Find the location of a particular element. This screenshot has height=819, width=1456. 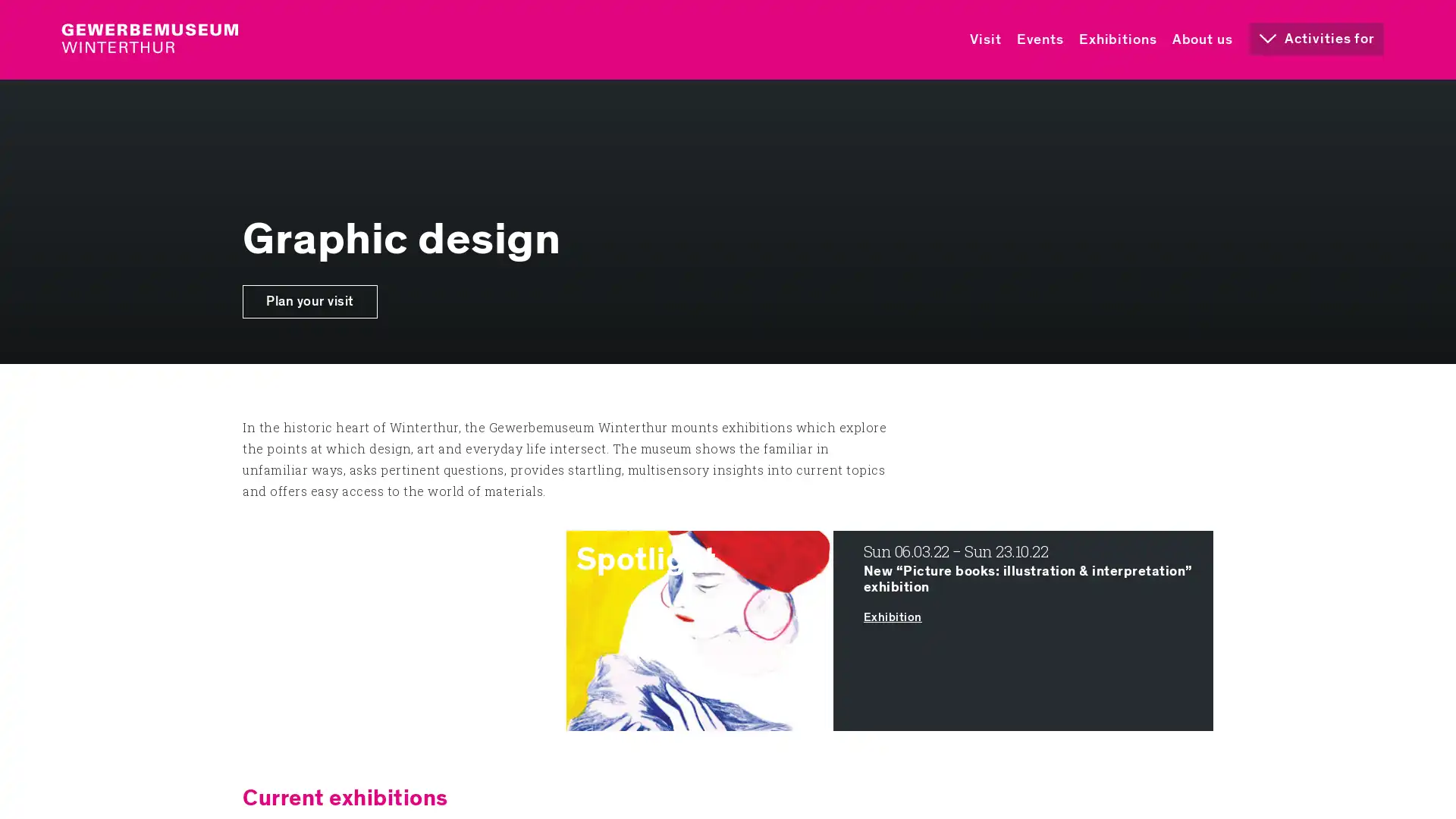

Activities for is located at coordinates (1316, 38).